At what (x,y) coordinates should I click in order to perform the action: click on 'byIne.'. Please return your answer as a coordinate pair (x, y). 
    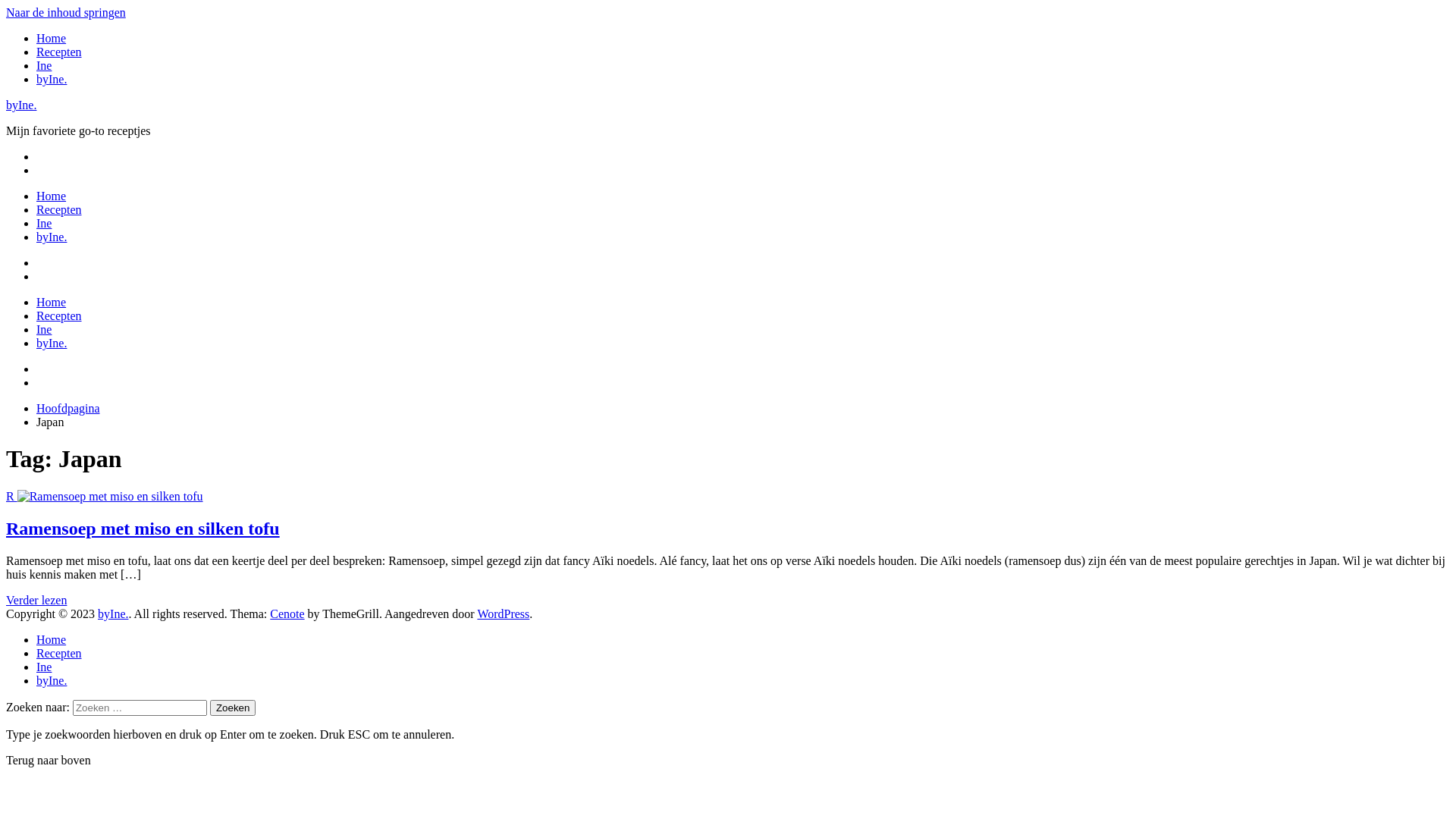
    Looking at the image, I should click on (111, 613).